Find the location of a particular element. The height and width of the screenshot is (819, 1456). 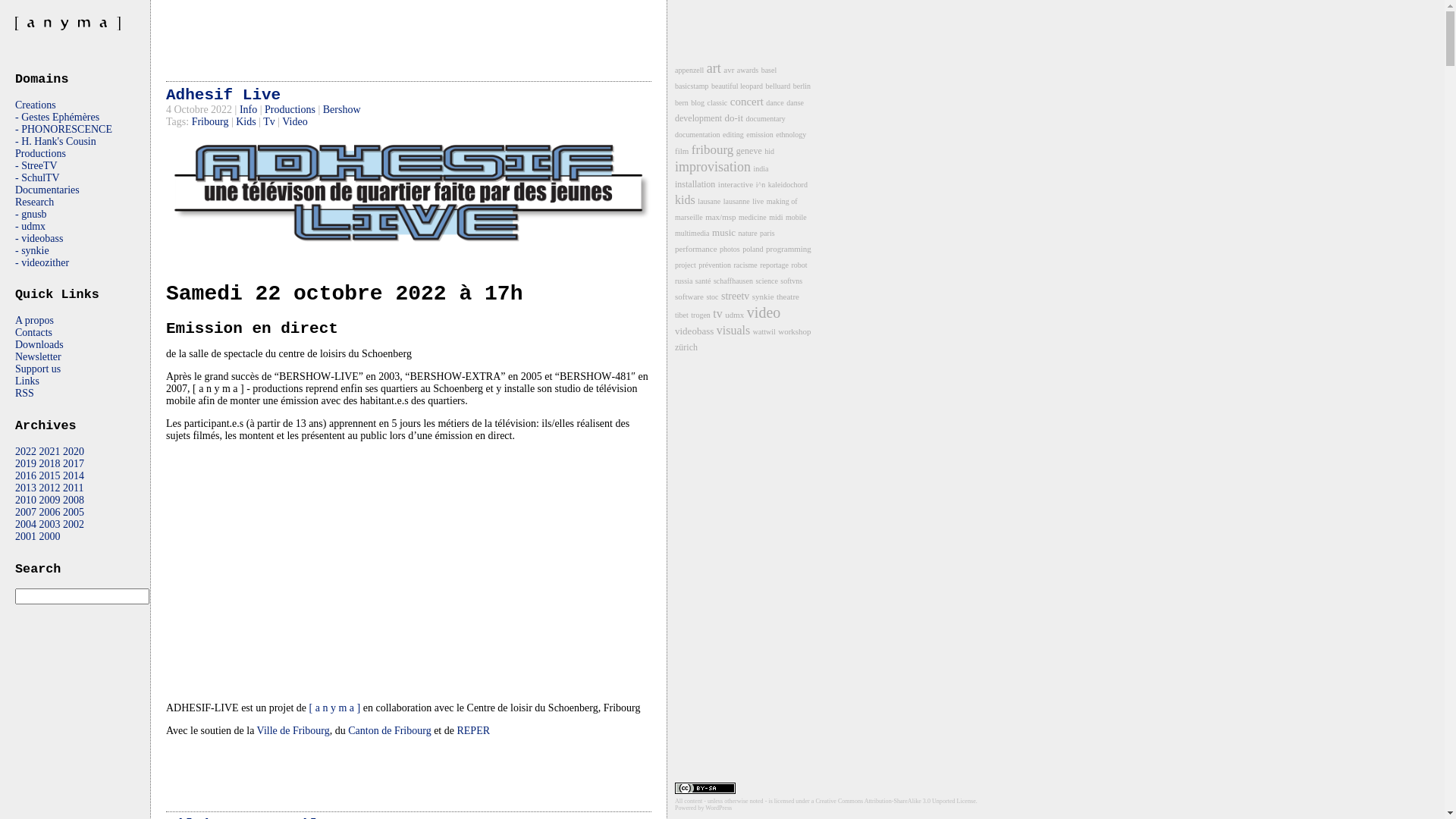

'nature' is located at coordinates (748, 233).